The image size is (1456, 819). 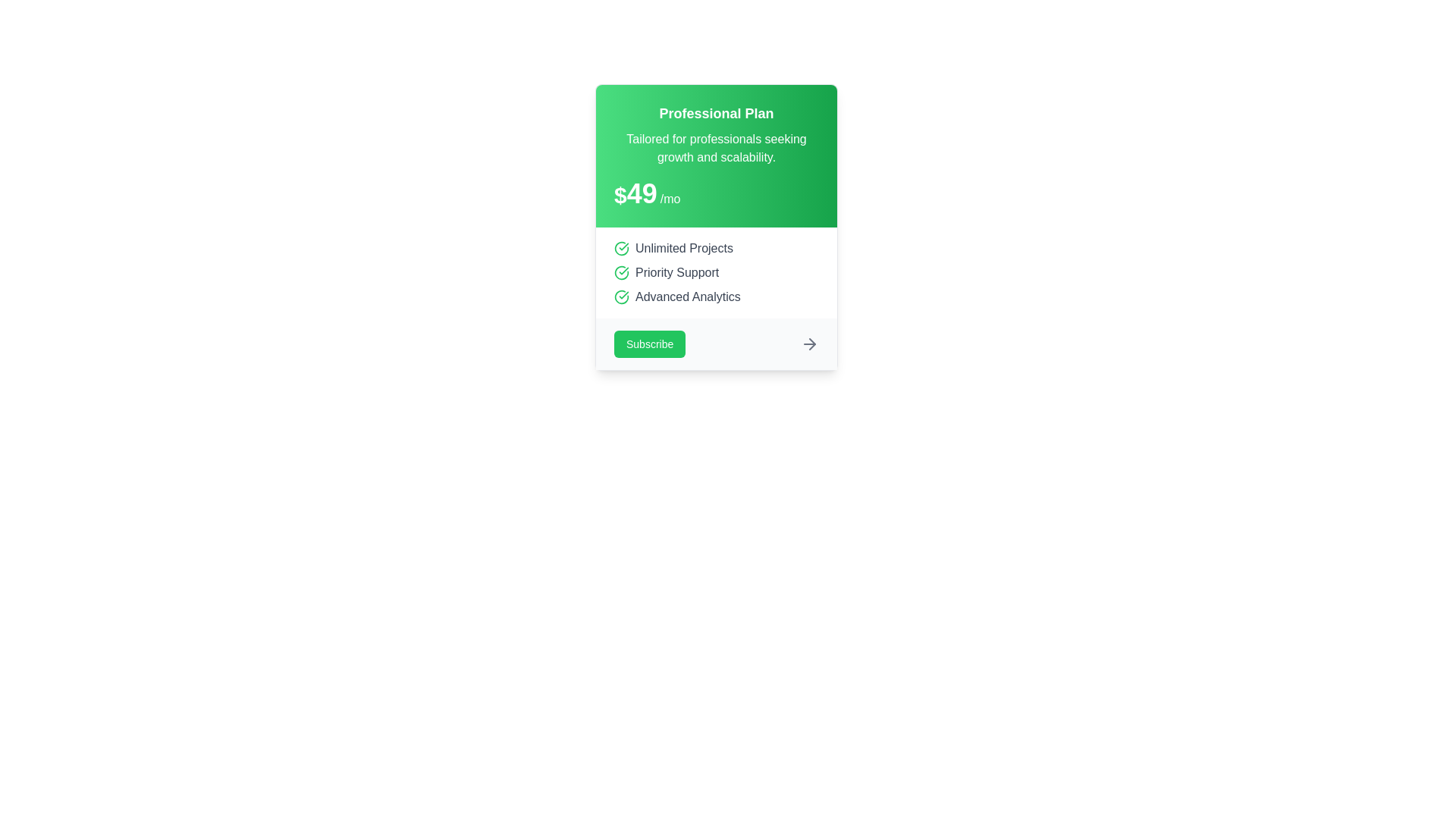 I want to click on the pricing information text displaying '49/mo' in bold and smaller text, located centrally within the green header of the 'Professional Plan' card, so click(x=716, y=193).